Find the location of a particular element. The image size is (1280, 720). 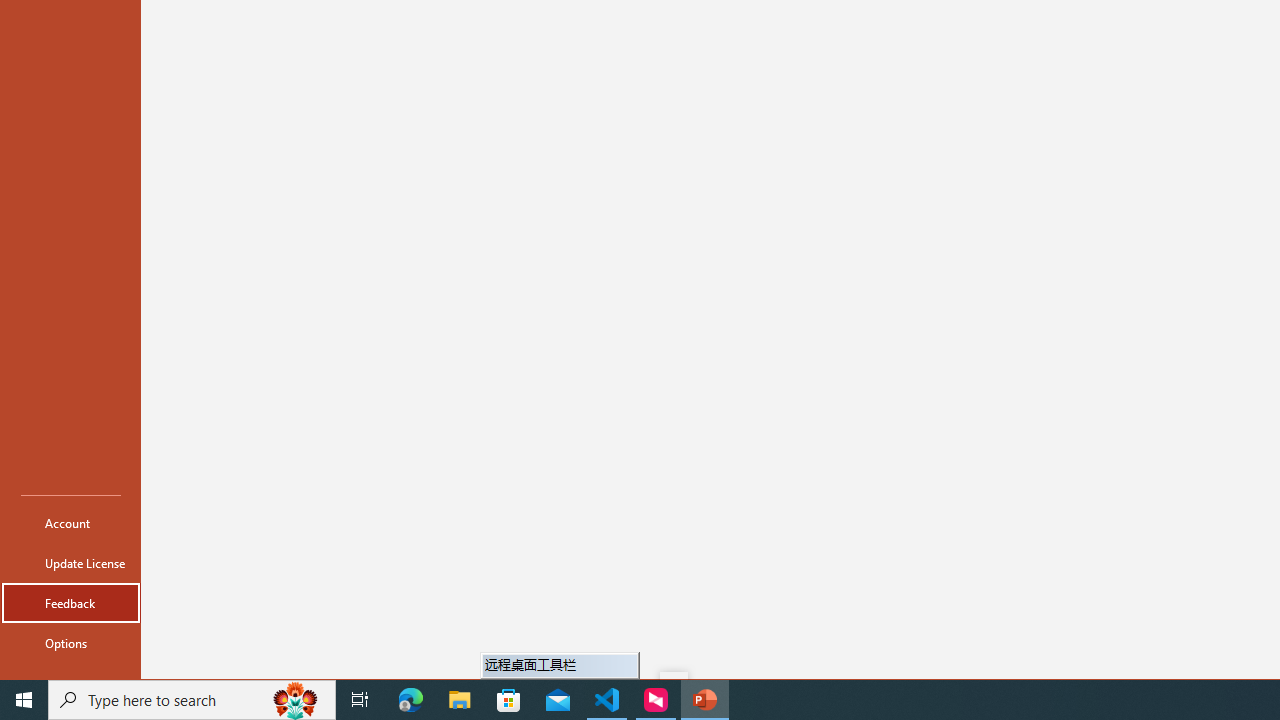

'Account' is located at coordinates (71, 522).